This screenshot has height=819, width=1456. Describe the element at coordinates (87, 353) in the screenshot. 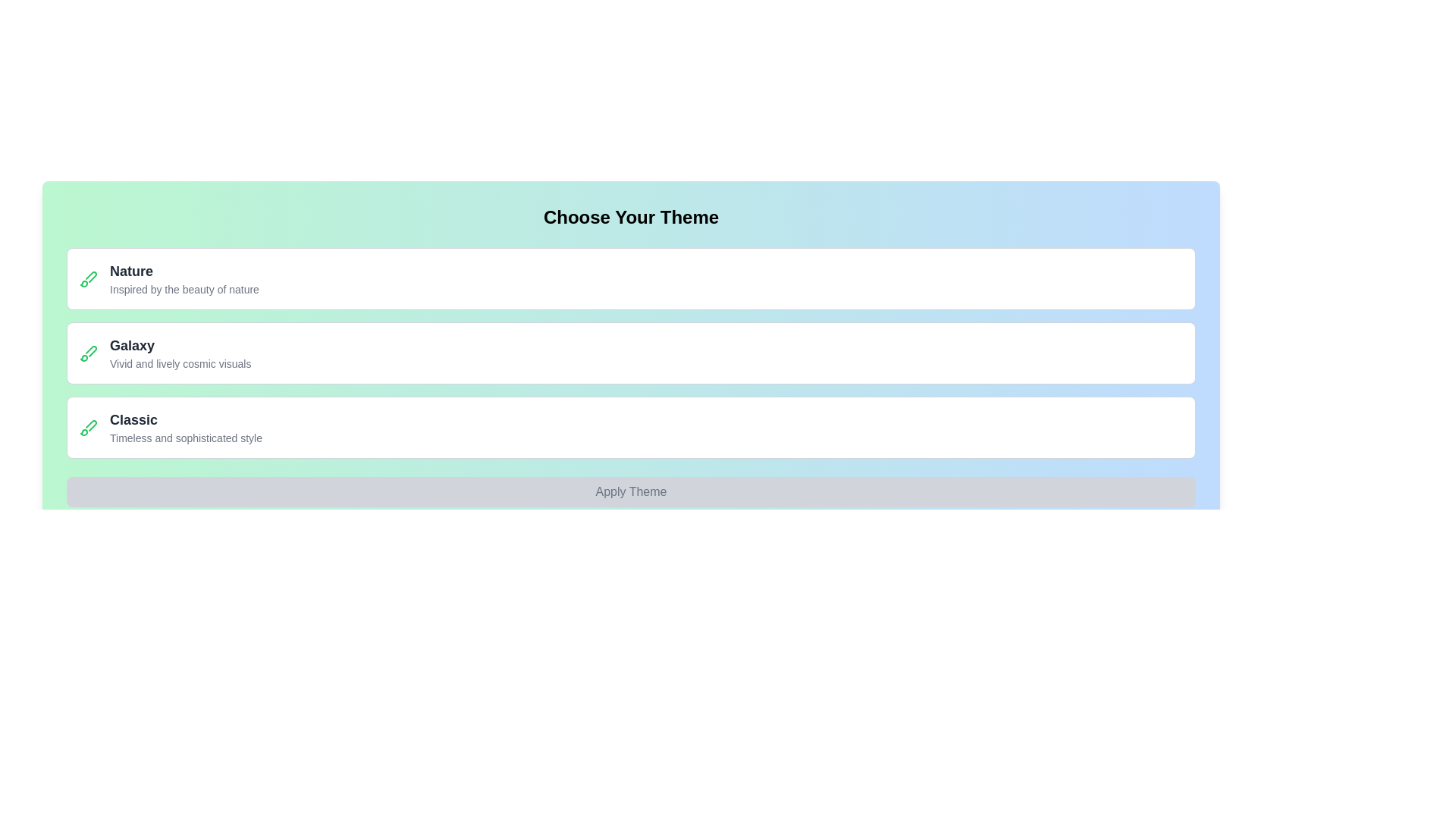

I see `the graphic icon resembling a brush, which is styled in green and located to the left of the text within the rectangular card titled 'Galaxy'` at that location.